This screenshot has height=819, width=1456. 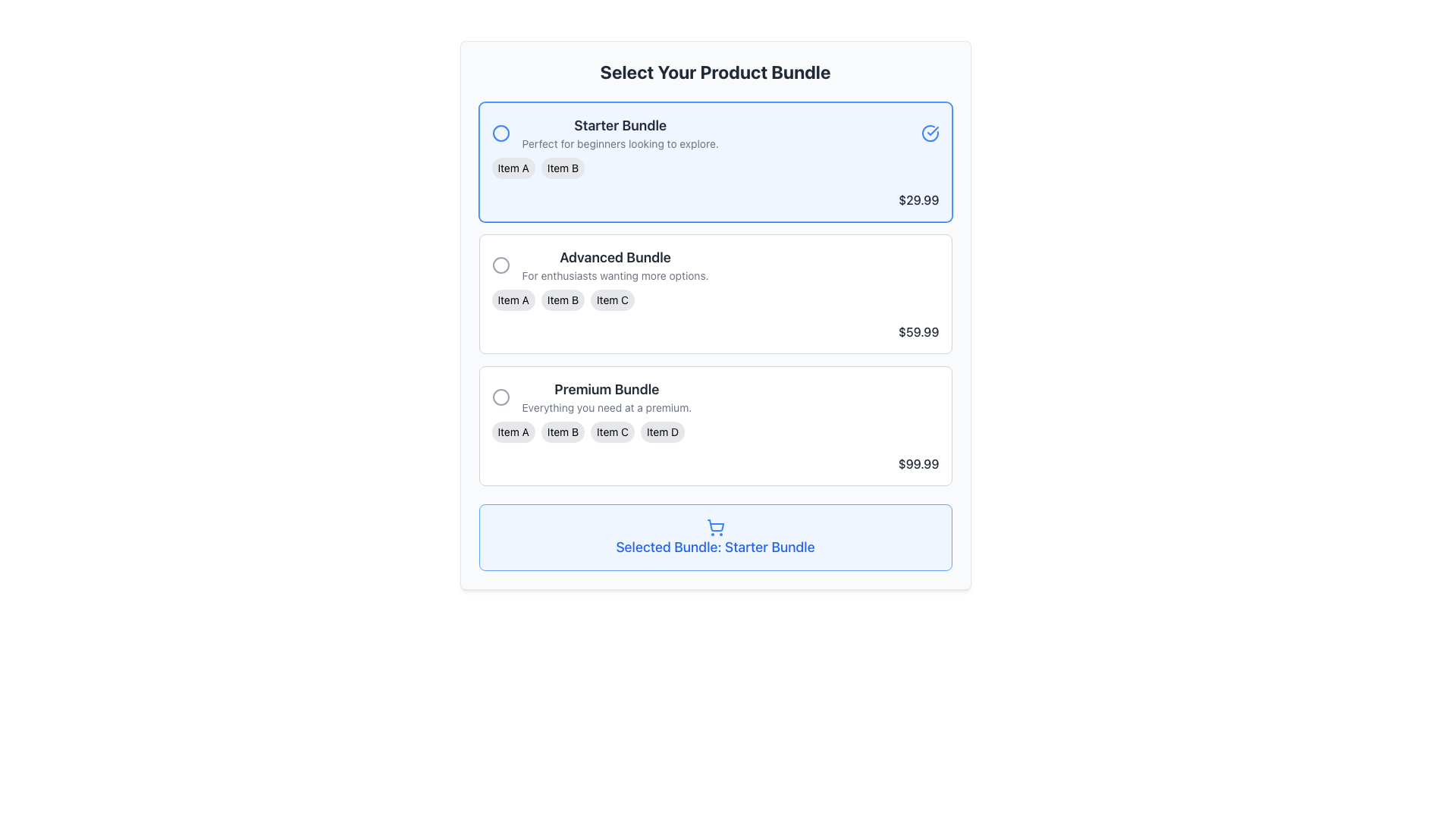 What do you see at coordinates (562, 432) in the screenshot?
I see `the label displaying 'Item B' in the 'Premium Bundle' section, which is the second label in a sequence of four labels` at bounding box center [562, 432].